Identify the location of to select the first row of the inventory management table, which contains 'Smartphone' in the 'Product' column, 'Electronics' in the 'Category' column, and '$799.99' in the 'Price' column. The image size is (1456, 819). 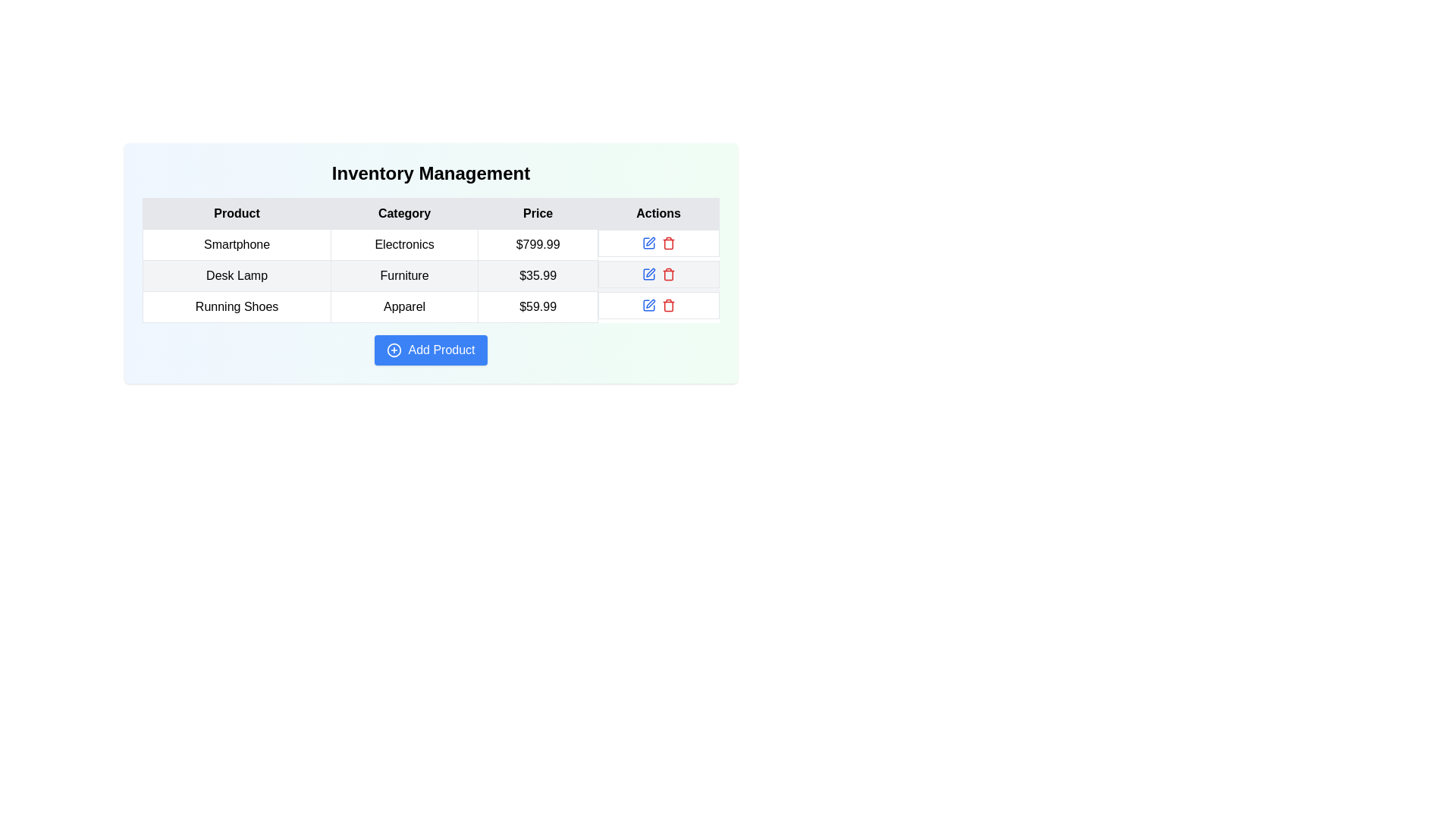
(430, 244).